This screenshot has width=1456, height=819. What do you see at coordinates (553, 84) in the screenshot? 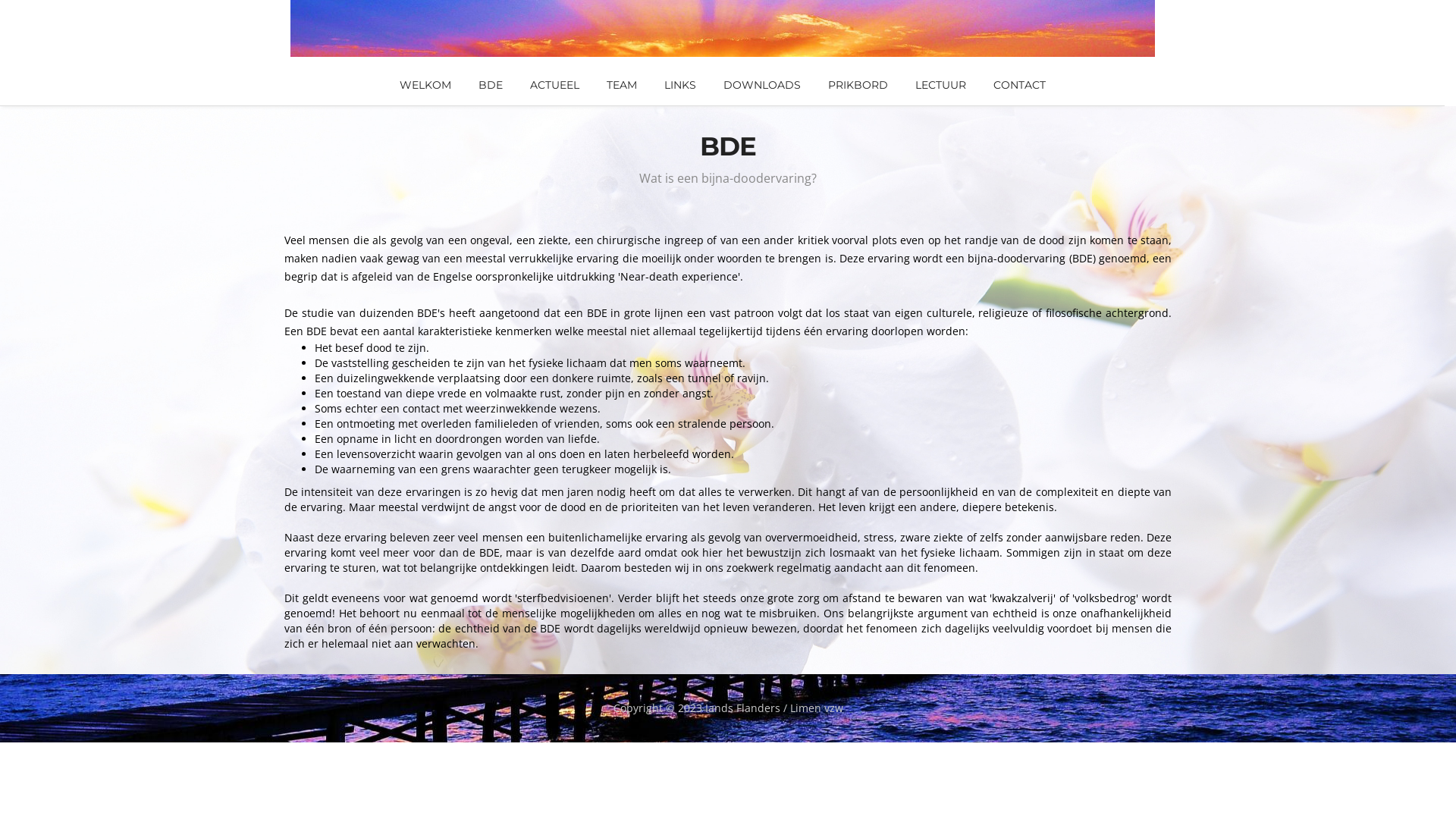
I see `'ACTUEEL'` at bounding box center [553, 84].